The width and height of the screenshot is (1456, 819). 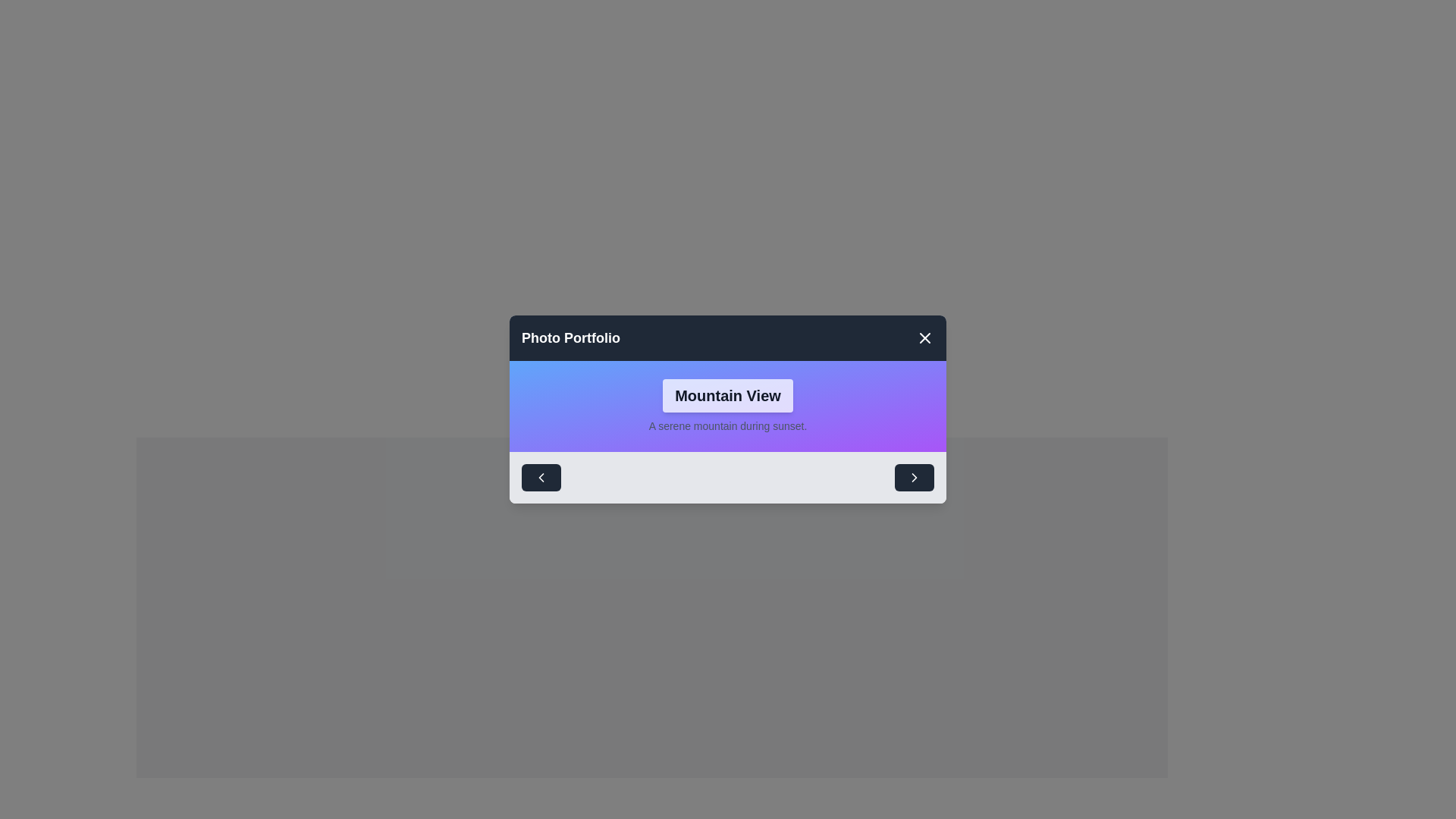 What do you see at coordinates (924, 337) in the screenshot?
I see `the 'X' button at the top-right corner of the 'Photo Portfolio' modal` at bounding box center [924, 337].